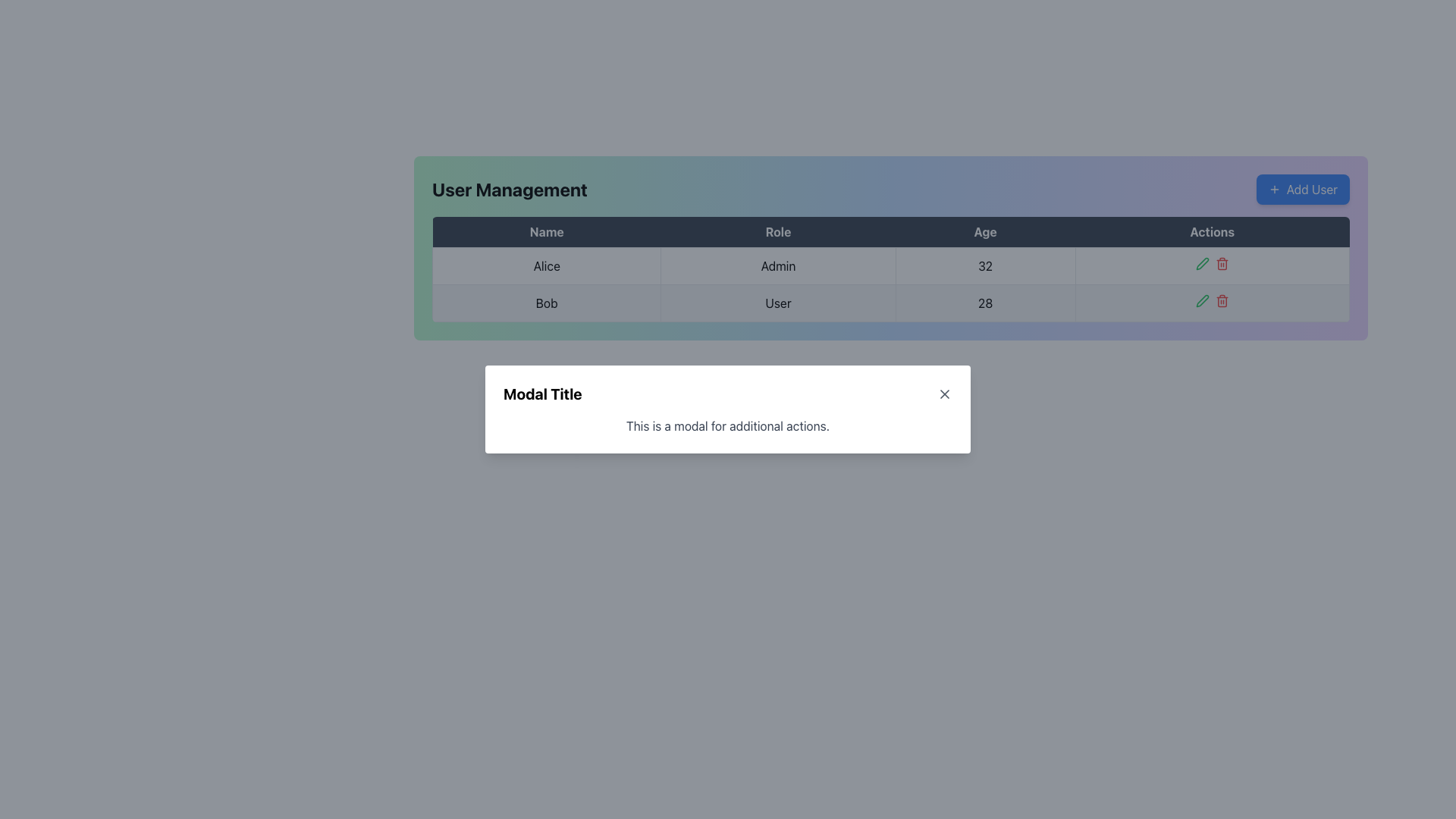  I want to click on the Text label displaying the name 'Bob', which is located in the second row of the table under the 'Name' column, so click(546, 303).